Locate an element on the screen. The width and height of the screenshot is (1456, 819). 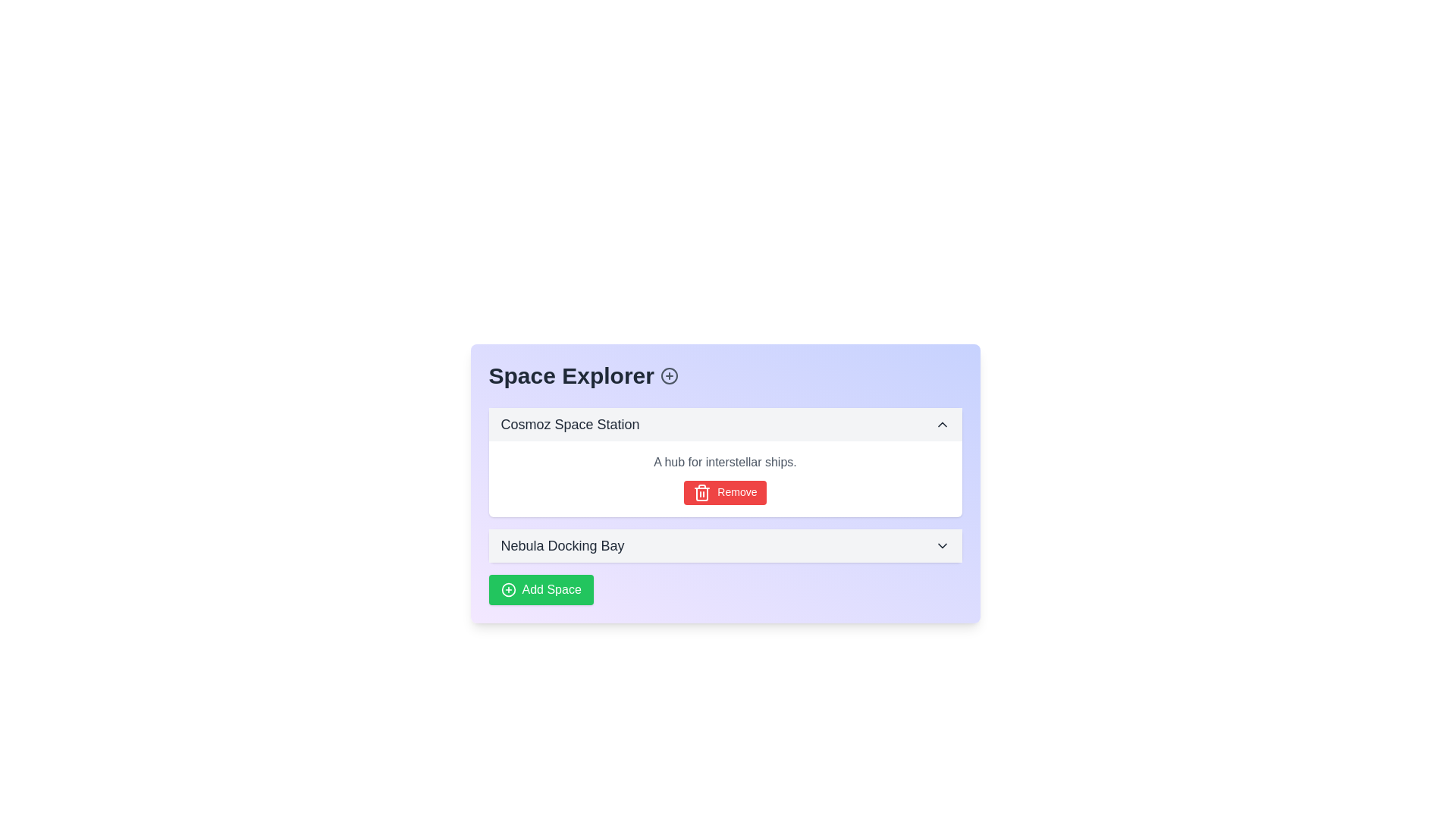
the dropdown menu for 'Nebula Docking Bay' is located at coordinates (724, 546).